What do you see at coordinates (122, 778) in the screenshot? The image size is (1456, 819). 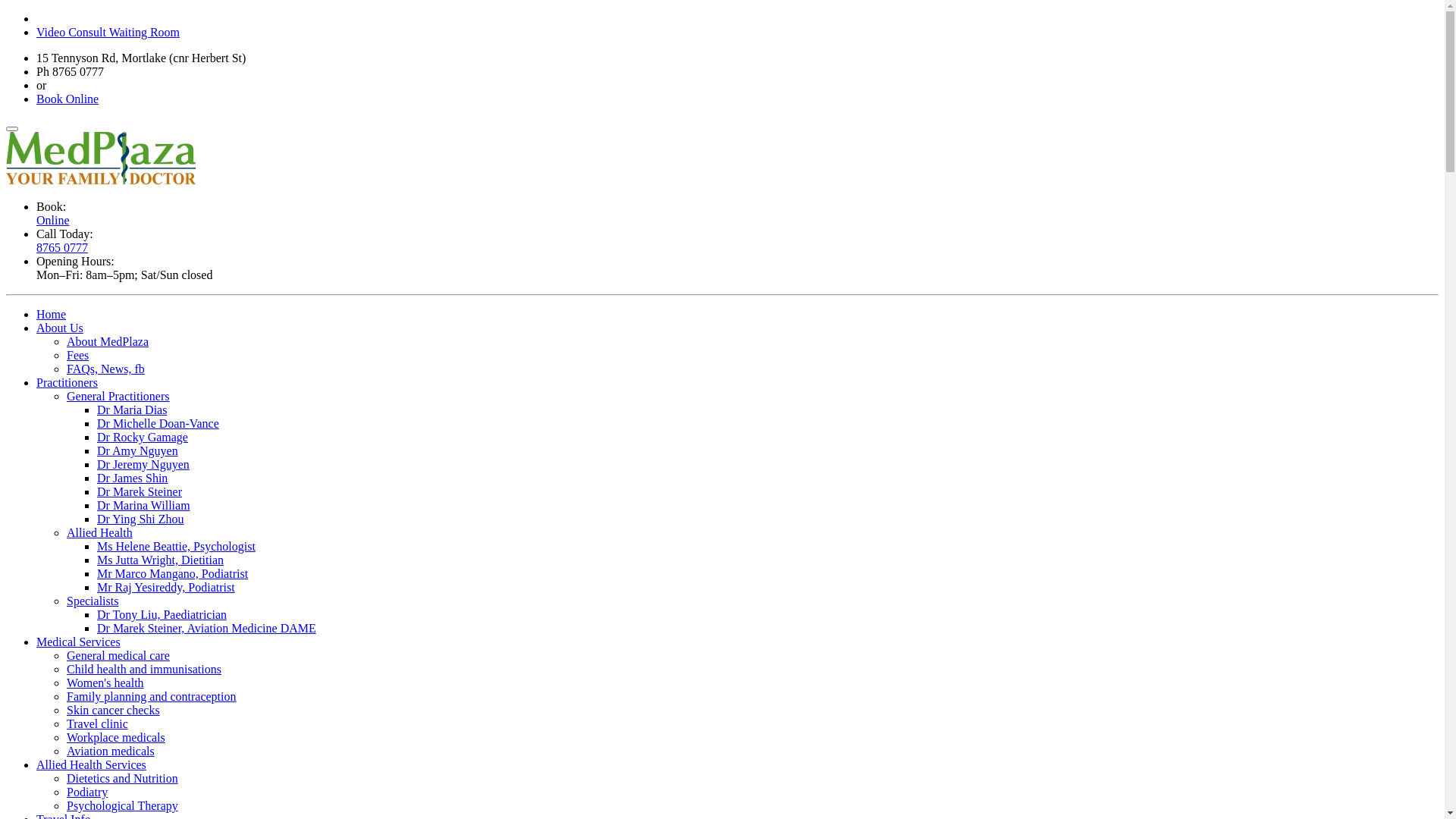 I see `'Dietetics and Nutrition'` at bounding box center [122, 778].